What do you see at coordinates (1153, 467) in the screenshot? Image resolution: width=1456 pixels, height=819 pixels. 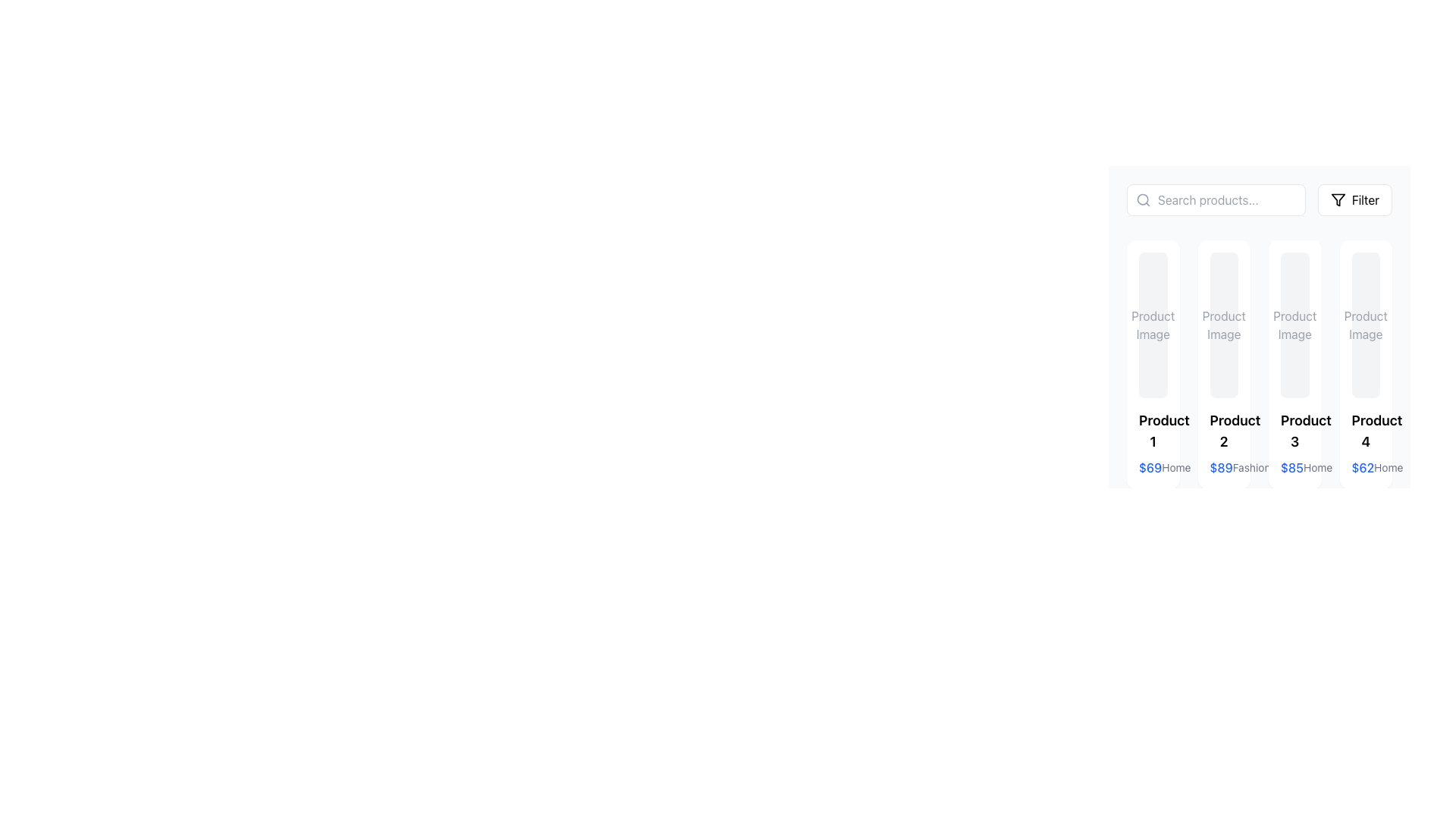 I see `text information from the Text label group displaying the price '$69' in blue and bold and the description 'Home' in gray` at bounding box center [1153, 467].